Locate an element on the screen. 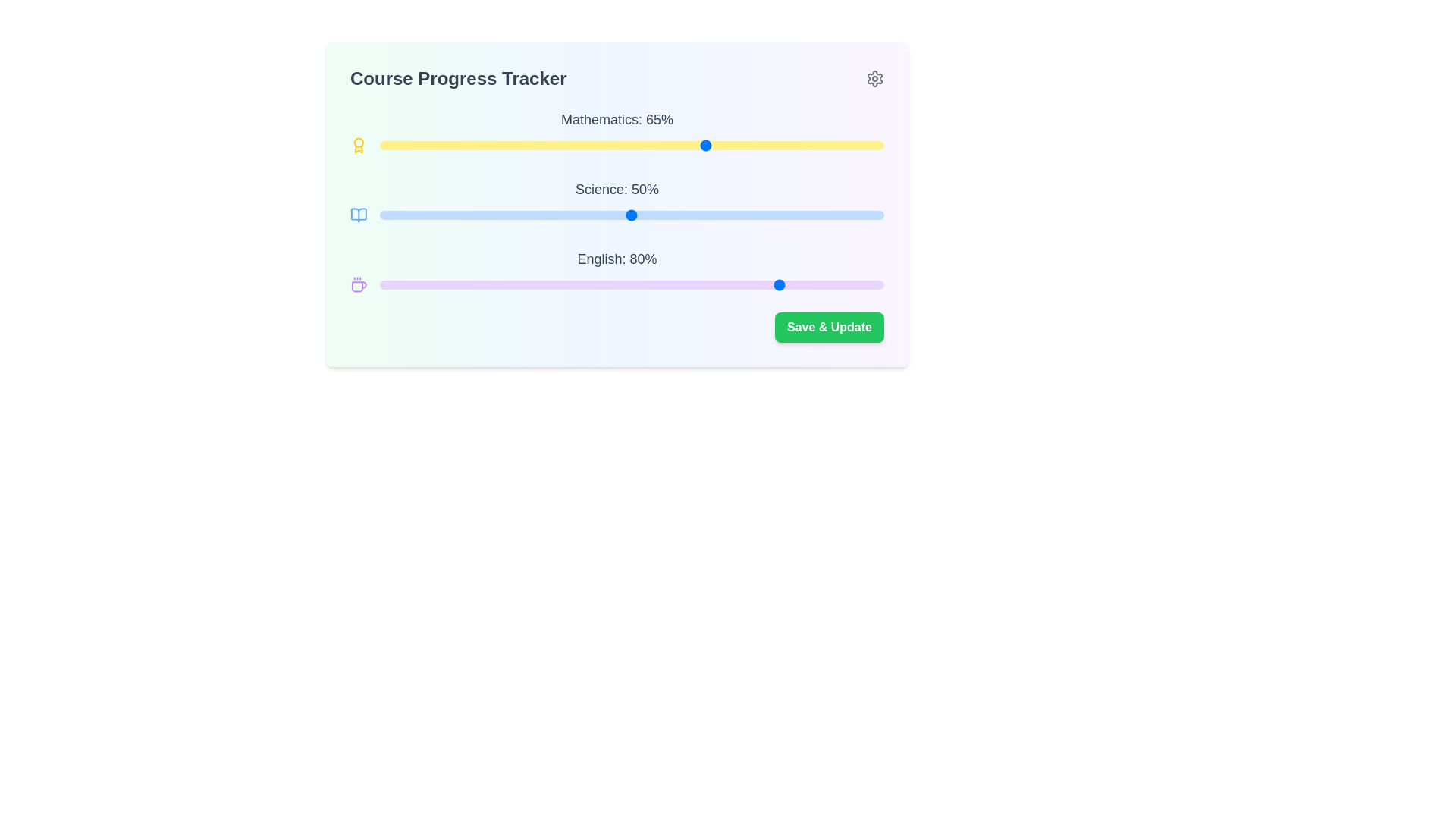 The width and height of the screenshot is (1456, 819). the text label displaying 'English: 80%' which is prominently styled in gray color and is positioned centrally above its corresponding progress bar is located at coordinates (617, 259).